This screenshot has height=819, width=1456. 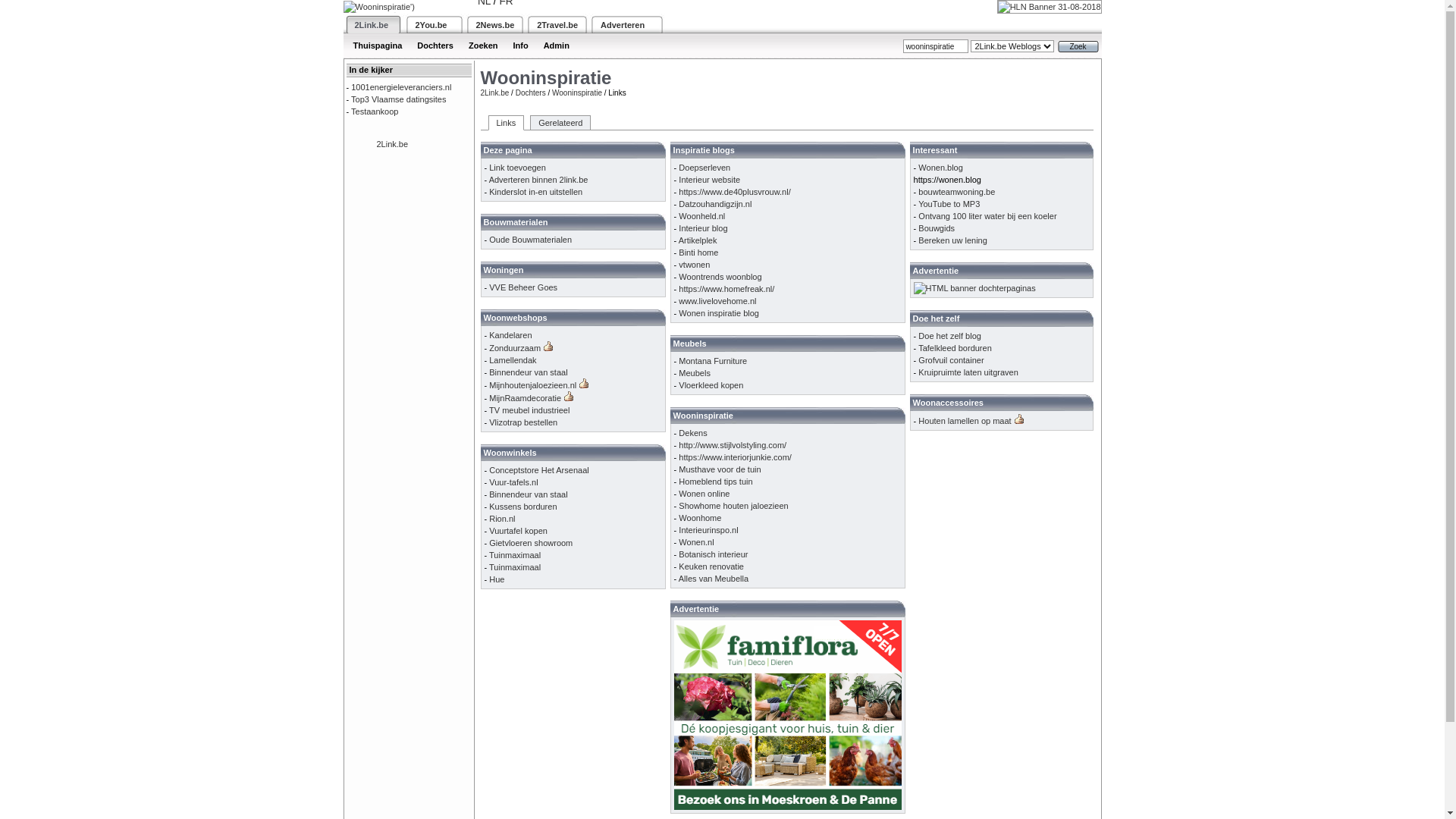 What do you see at coordinates (697, 239) in the screenshot?
I see `'Artikelplek'` at bounding box center [697, 239].